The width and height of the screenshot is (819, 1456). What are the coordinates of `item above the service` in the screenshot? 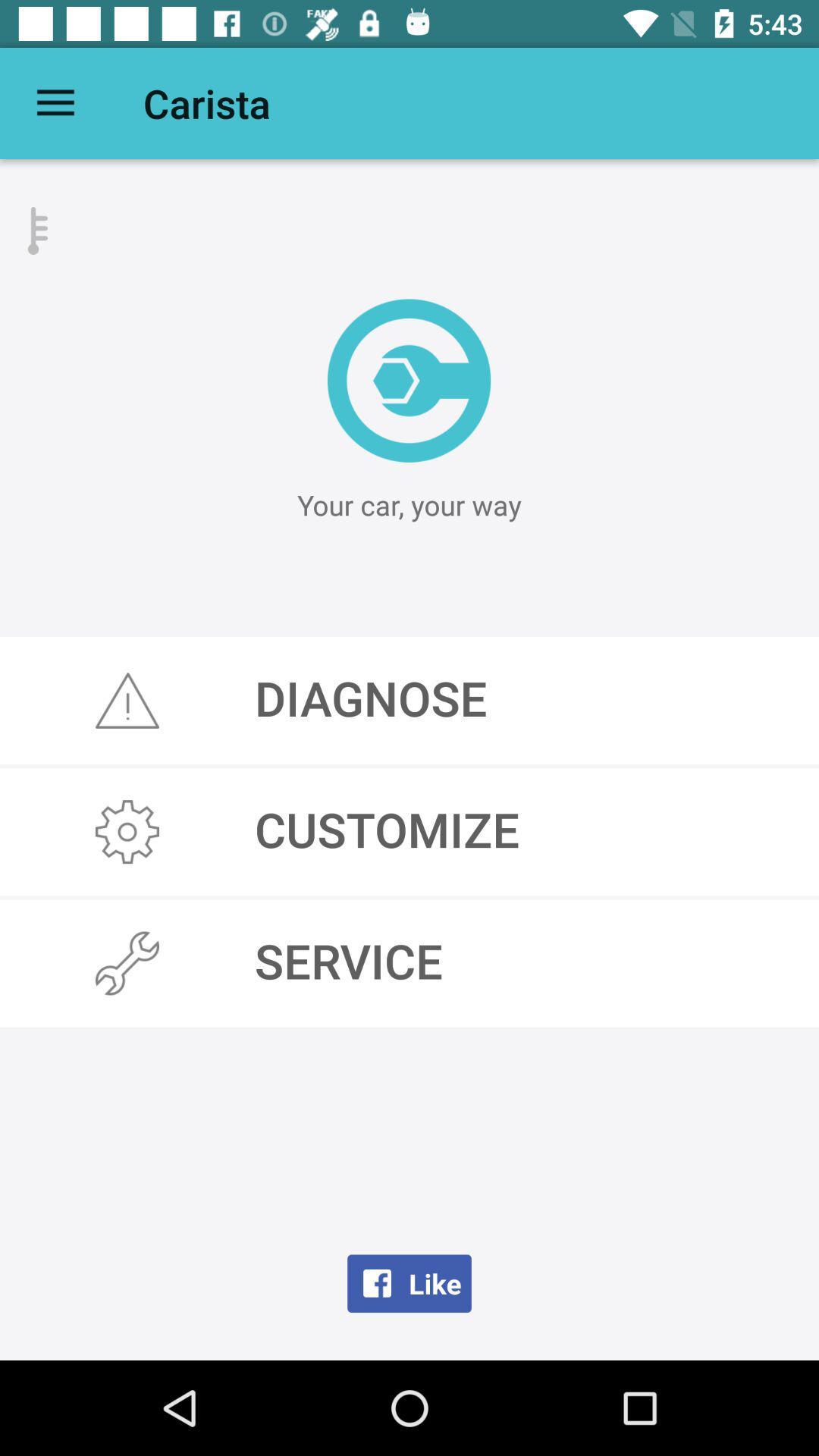 It's located at (409, 831).